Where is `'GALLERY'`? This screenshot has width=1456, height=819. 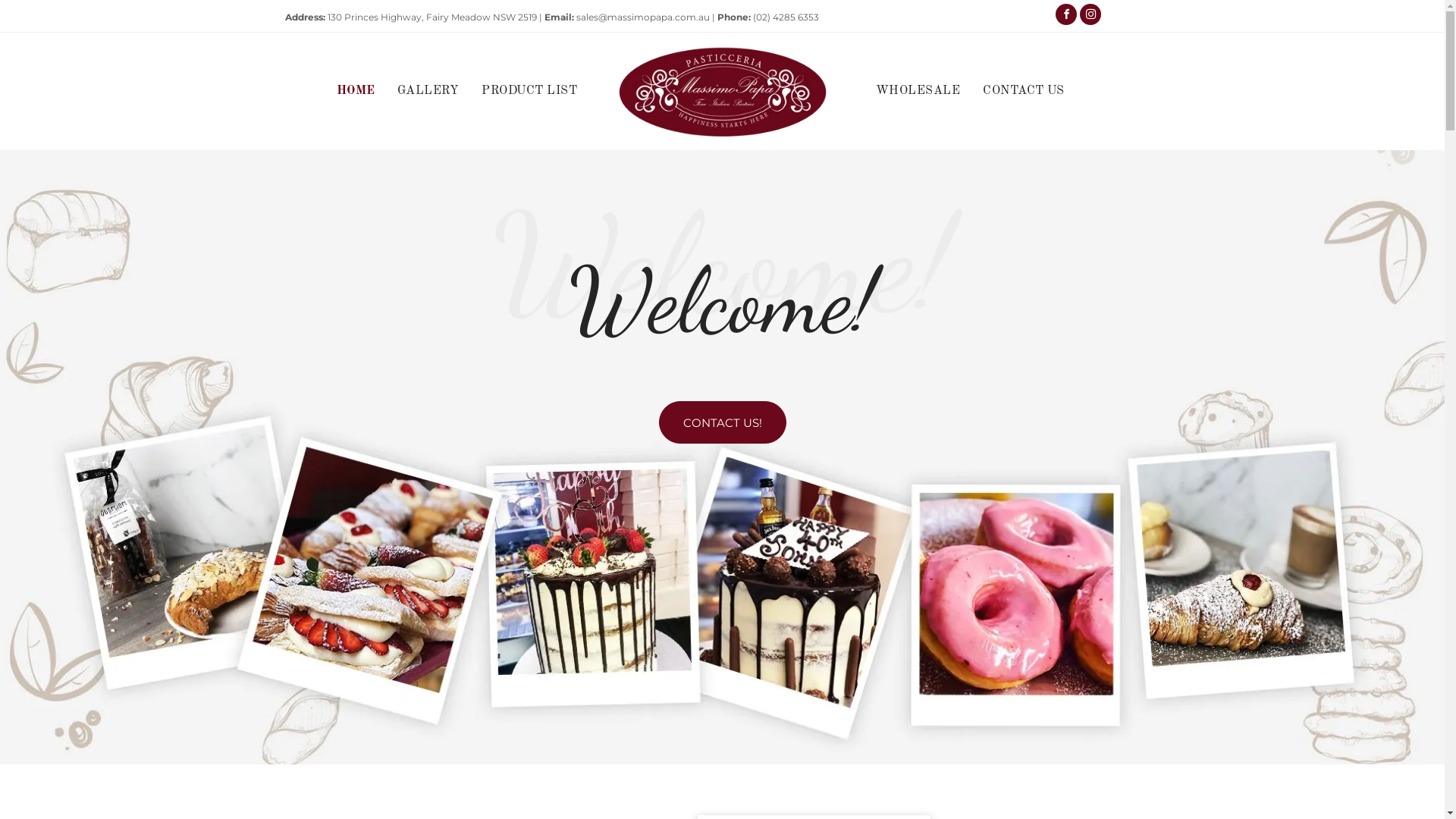 'GALLERY' is located at coordinates (385, 90).